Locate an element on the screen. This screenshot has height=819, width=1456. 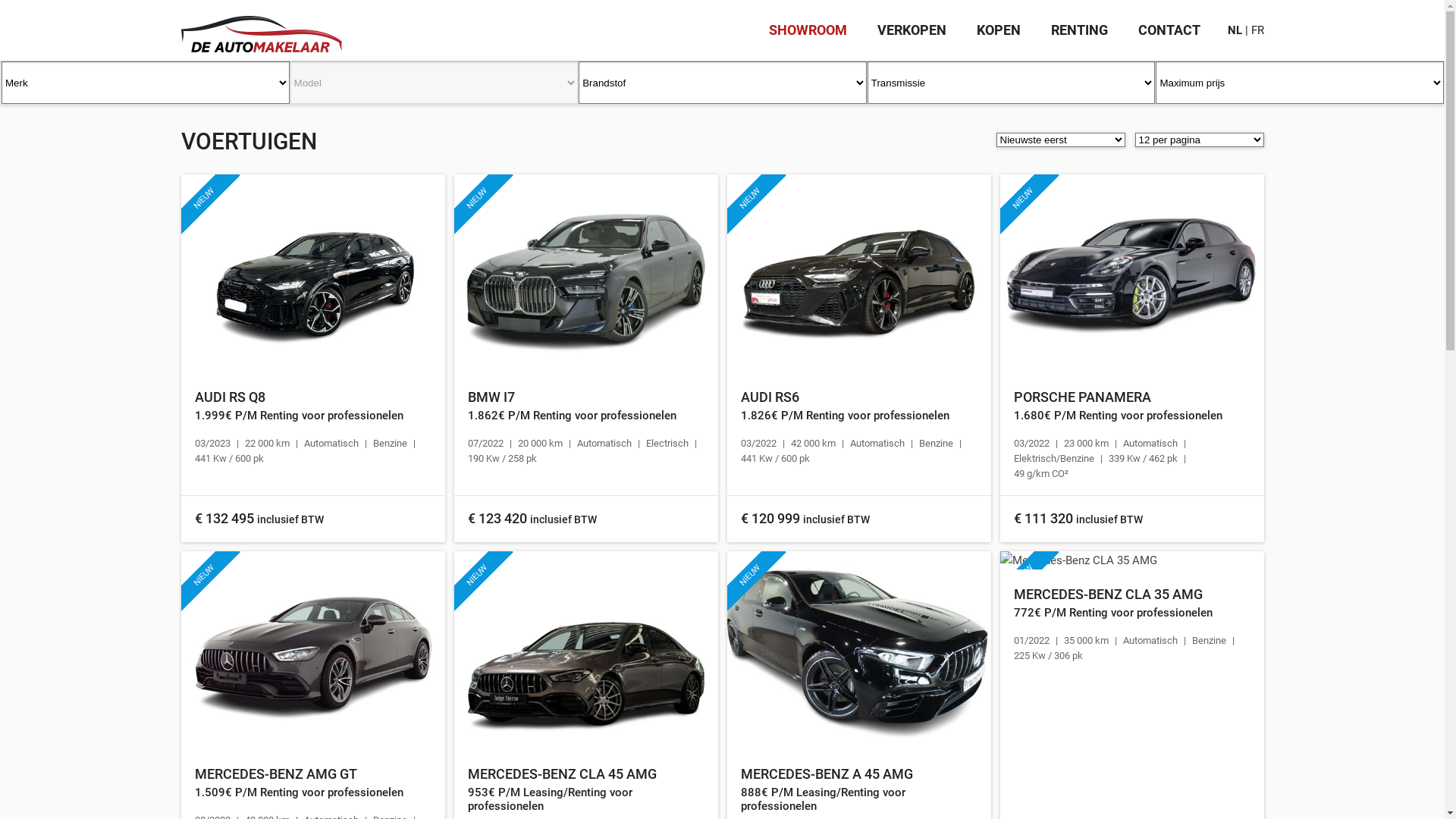
'KOPEN' is located at coordinates (998, 30).